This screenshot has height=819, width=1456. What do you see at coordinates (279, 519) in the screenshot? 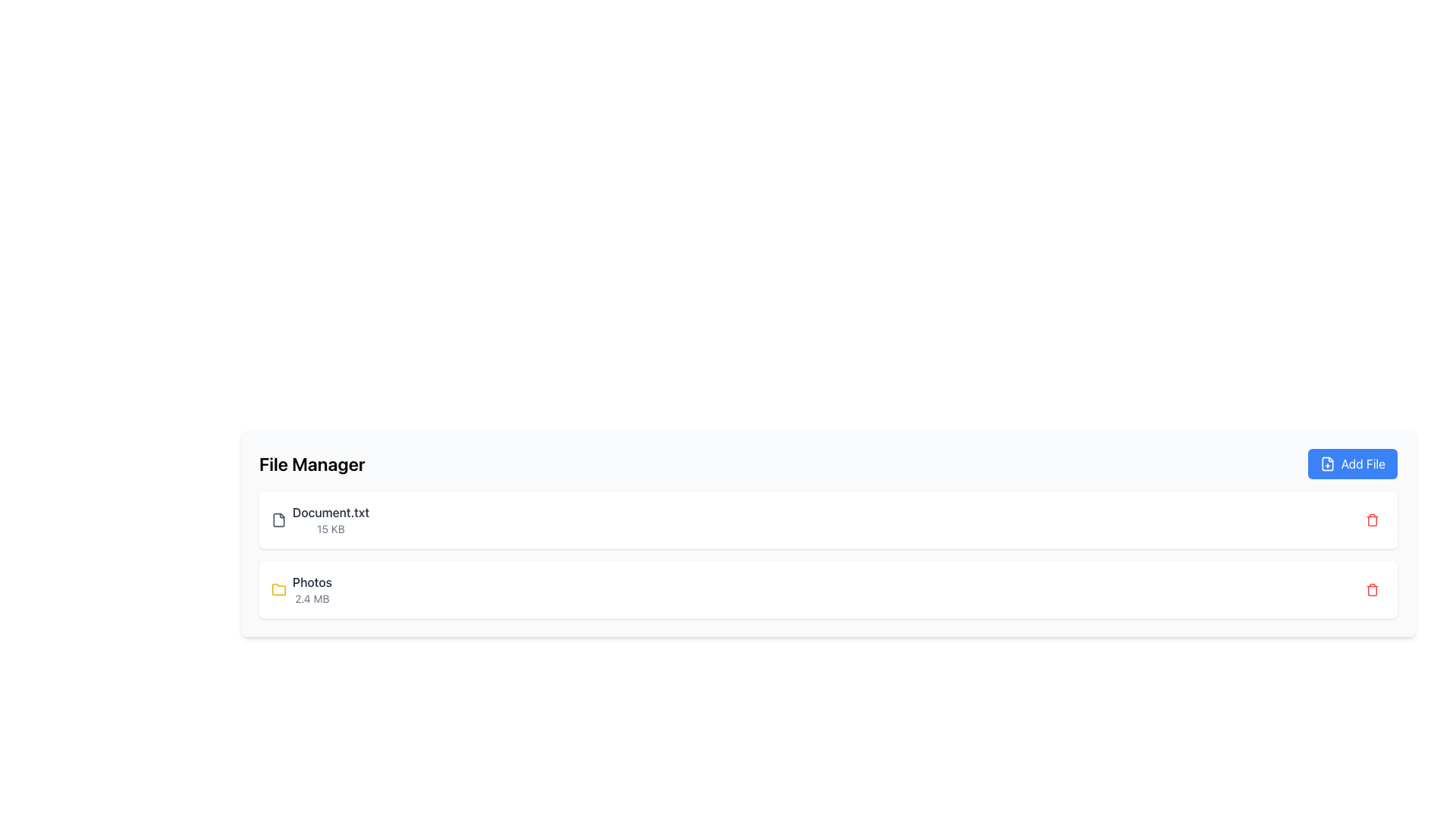
I see `the document icon, which is a rectangular shape with a folded-over corner, located in the upper-left section of the document entry row under the 'File Manager' section, adjacent to 'Document.txt'` at bounding box center [279, 519].